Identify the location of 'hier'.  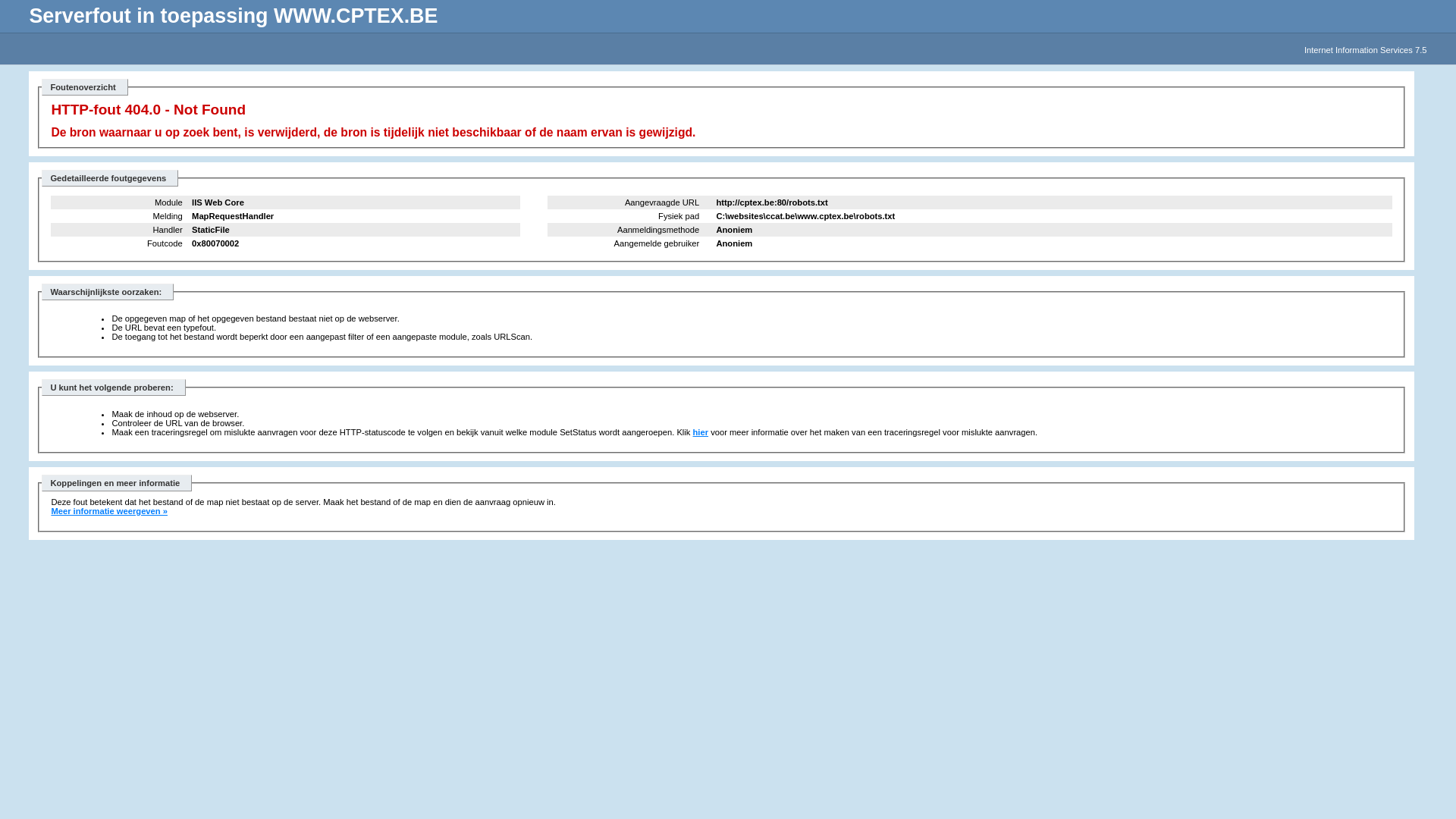
(700, 432).